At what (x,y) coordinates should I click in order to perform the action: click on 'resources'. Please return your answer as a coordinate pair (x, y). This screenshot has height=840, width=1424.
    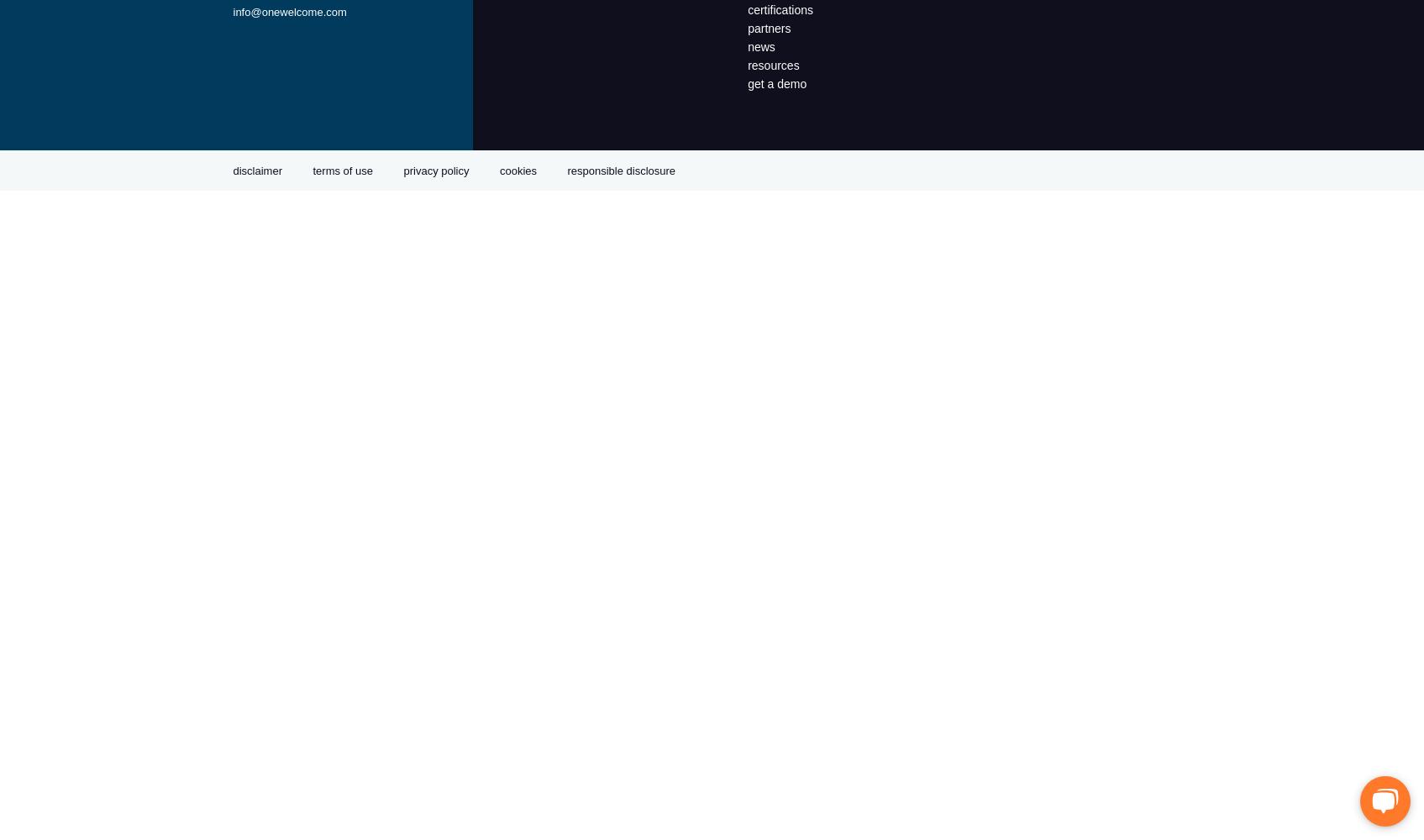
    Looking at the image, I should click on (773, 65).